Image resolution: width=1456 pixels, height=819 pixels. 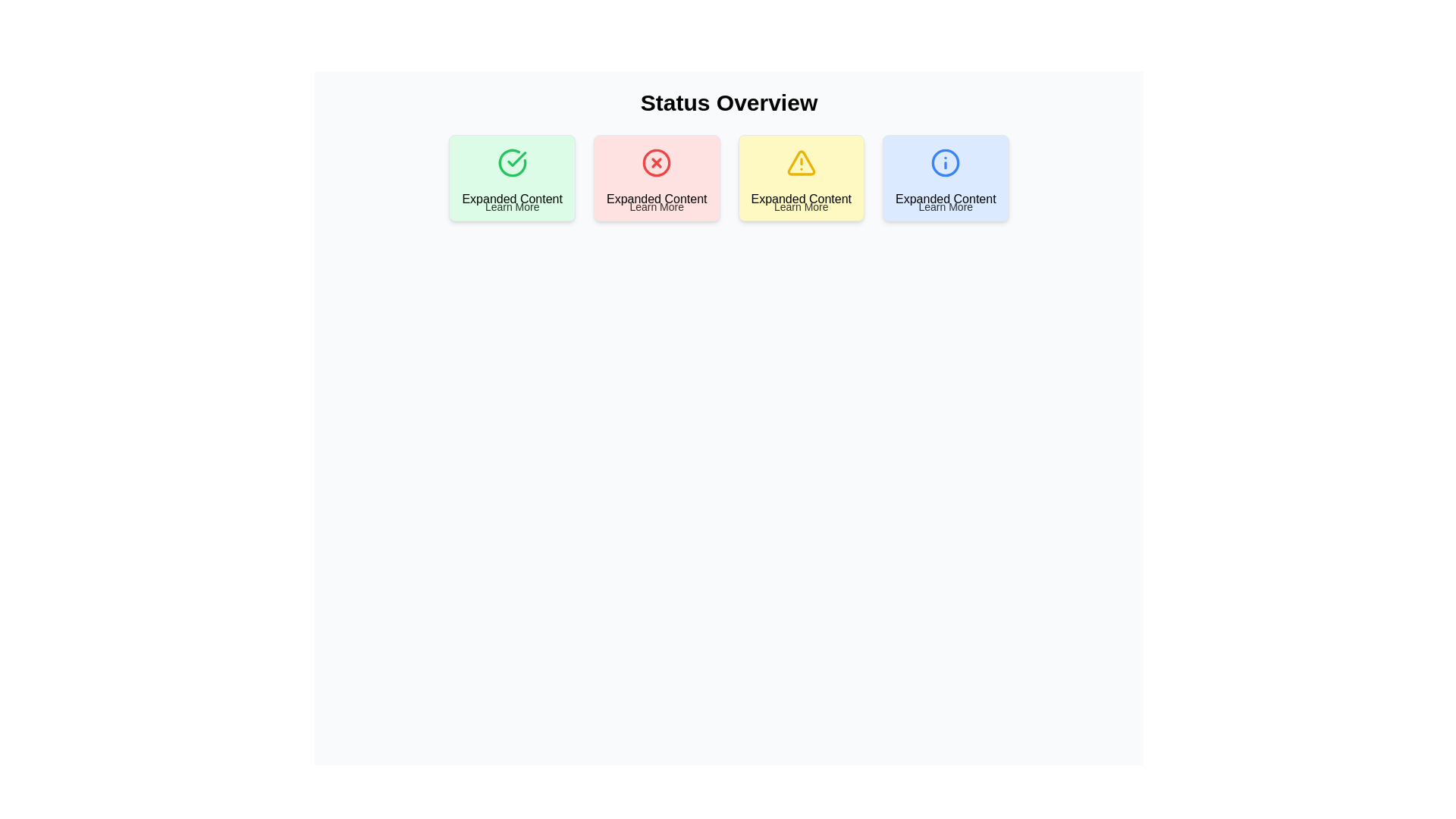 What do you see at coordinates (800, 163) in the screenshot?
I see `properties of the warning icon located within the yellow background card in the third slot from the left under the 'Status Overview' heading` at bounding box center [800, 163].